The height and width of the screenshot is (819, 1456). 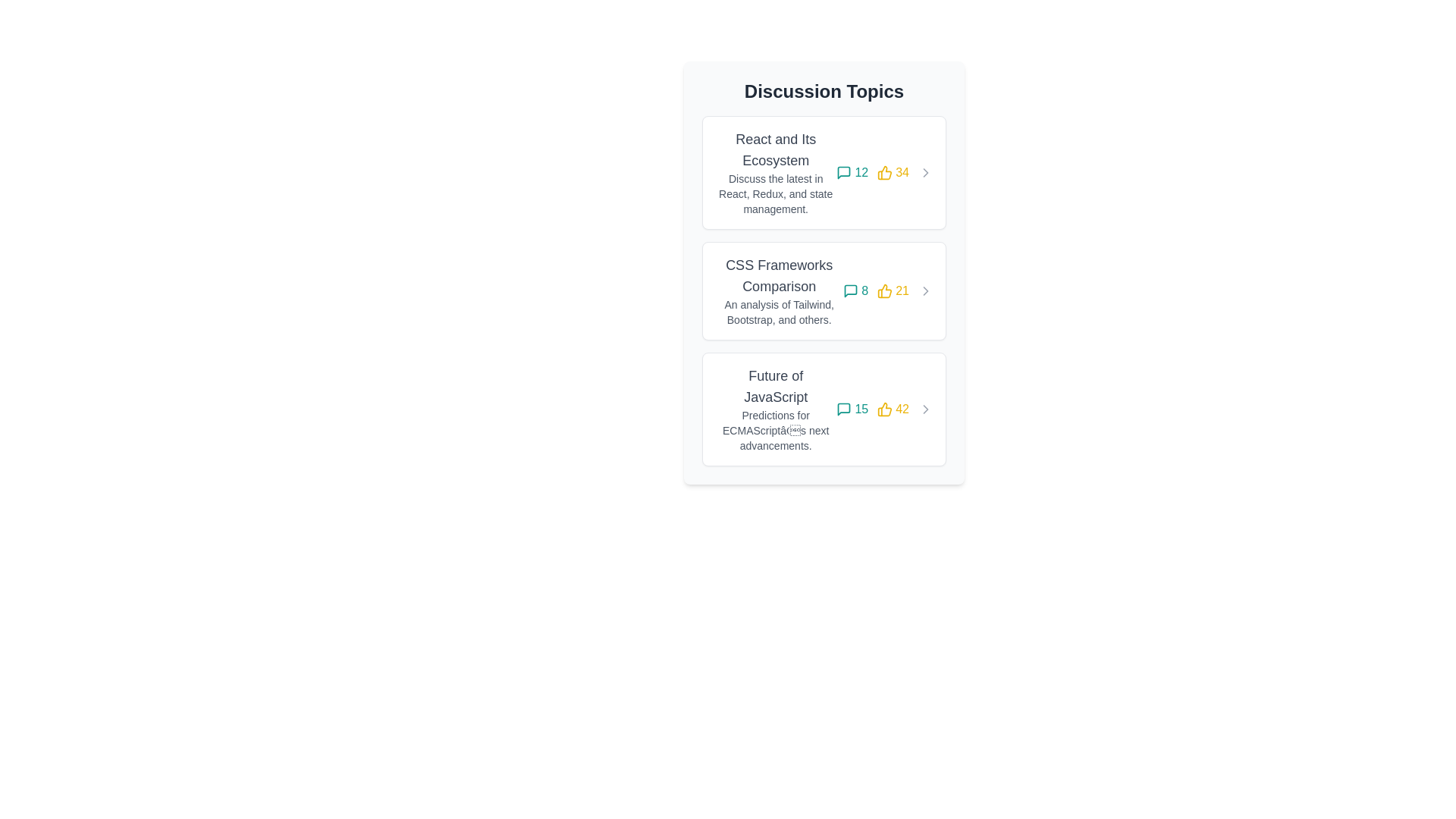 What do you see at coordinates (851, 291) in the screenshot?
I see `the speech bubble icon with a teal-colored stroke in the 'Discussion Topics' section` at bounding box center [851, 291].